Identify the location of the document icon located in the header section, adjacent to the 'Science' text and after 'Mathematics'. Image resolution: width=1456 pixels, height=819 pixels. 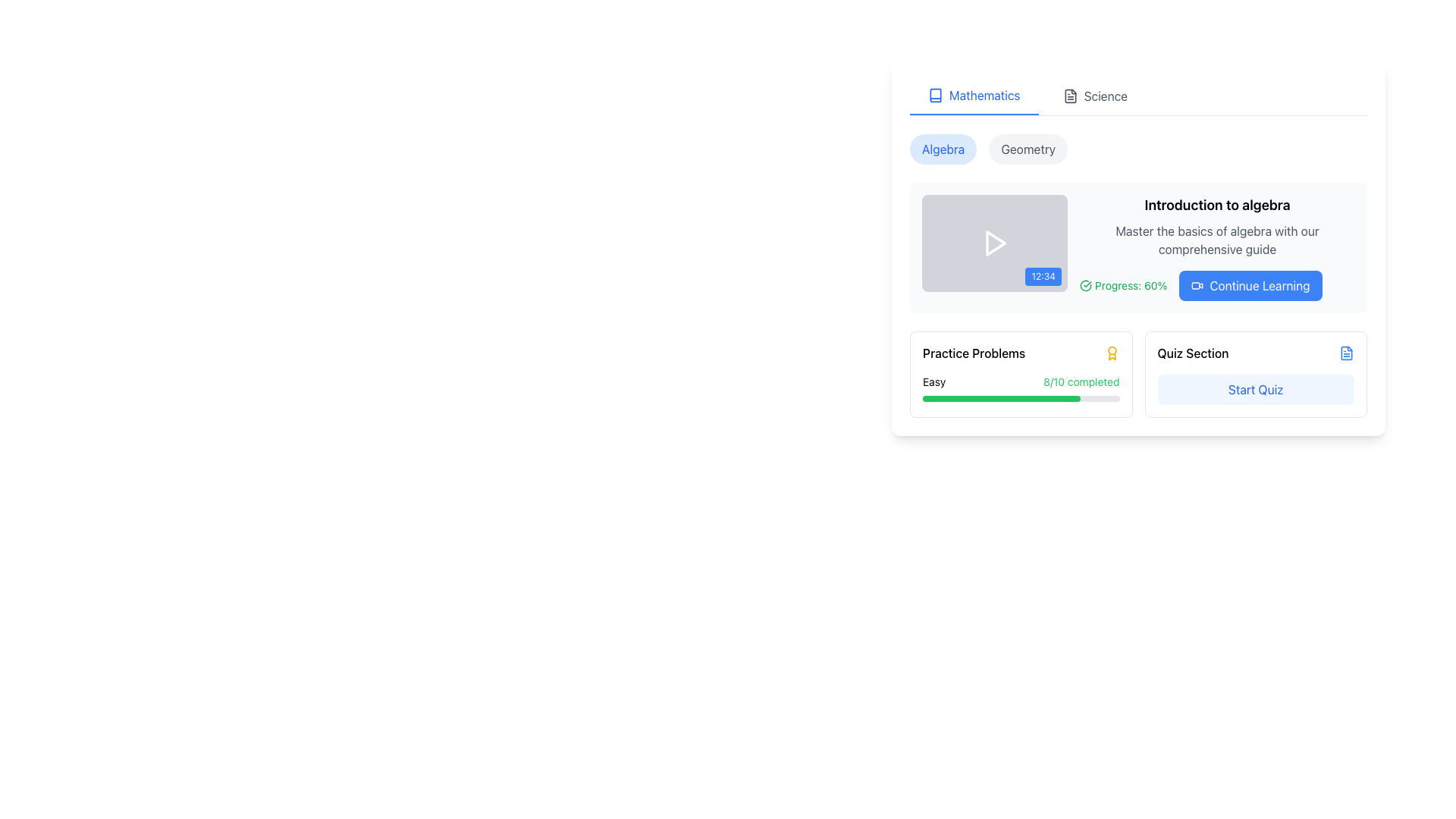
(1069, 96).